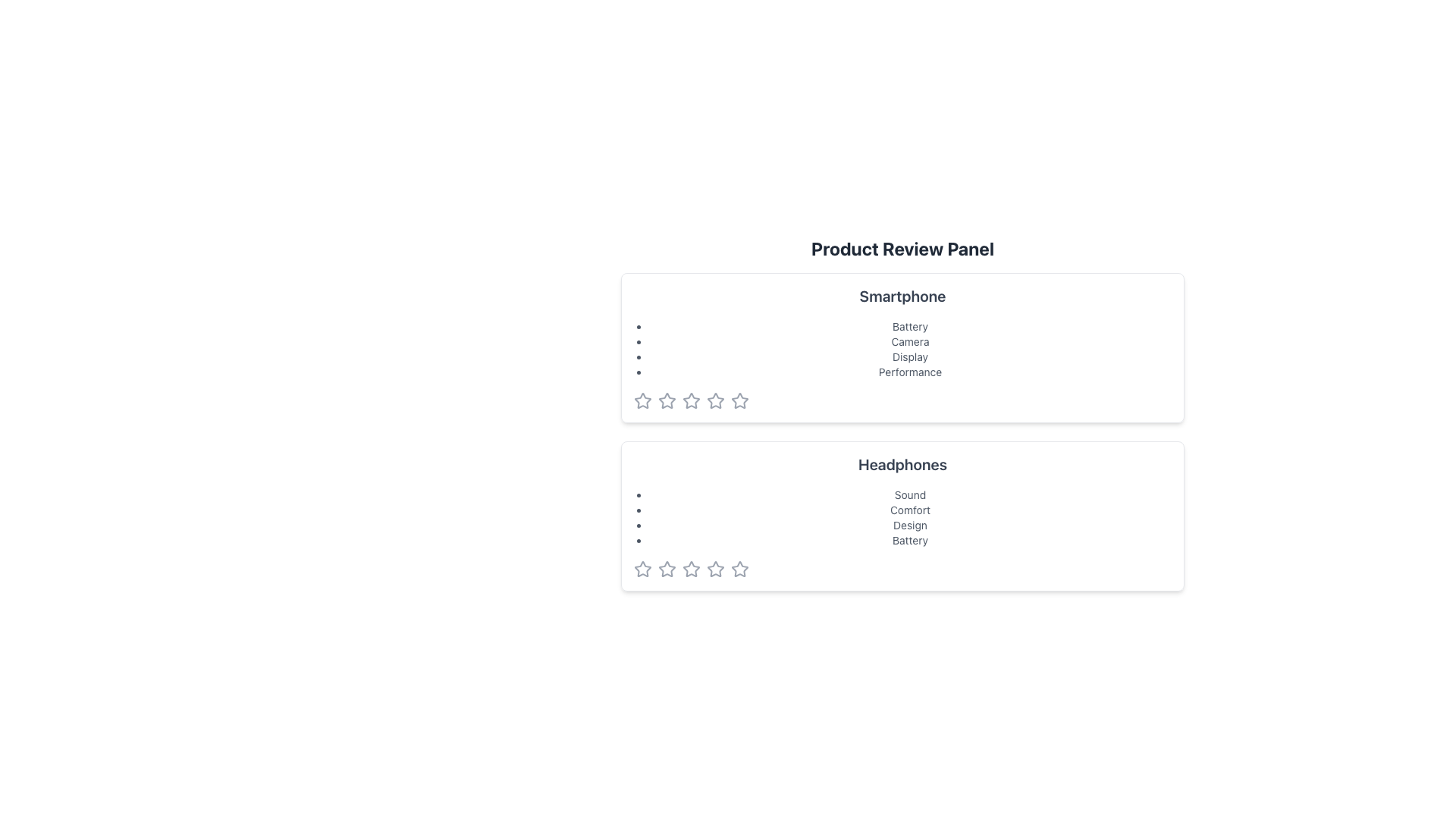 The image size is (1456, 819). What do you see at coordinates (643, 400) in the screenshot?
I see `the first star icon in the horizontal row of rating stars located at the bottom of the 'Smartphone' review card` at bounding box center [643, 400].